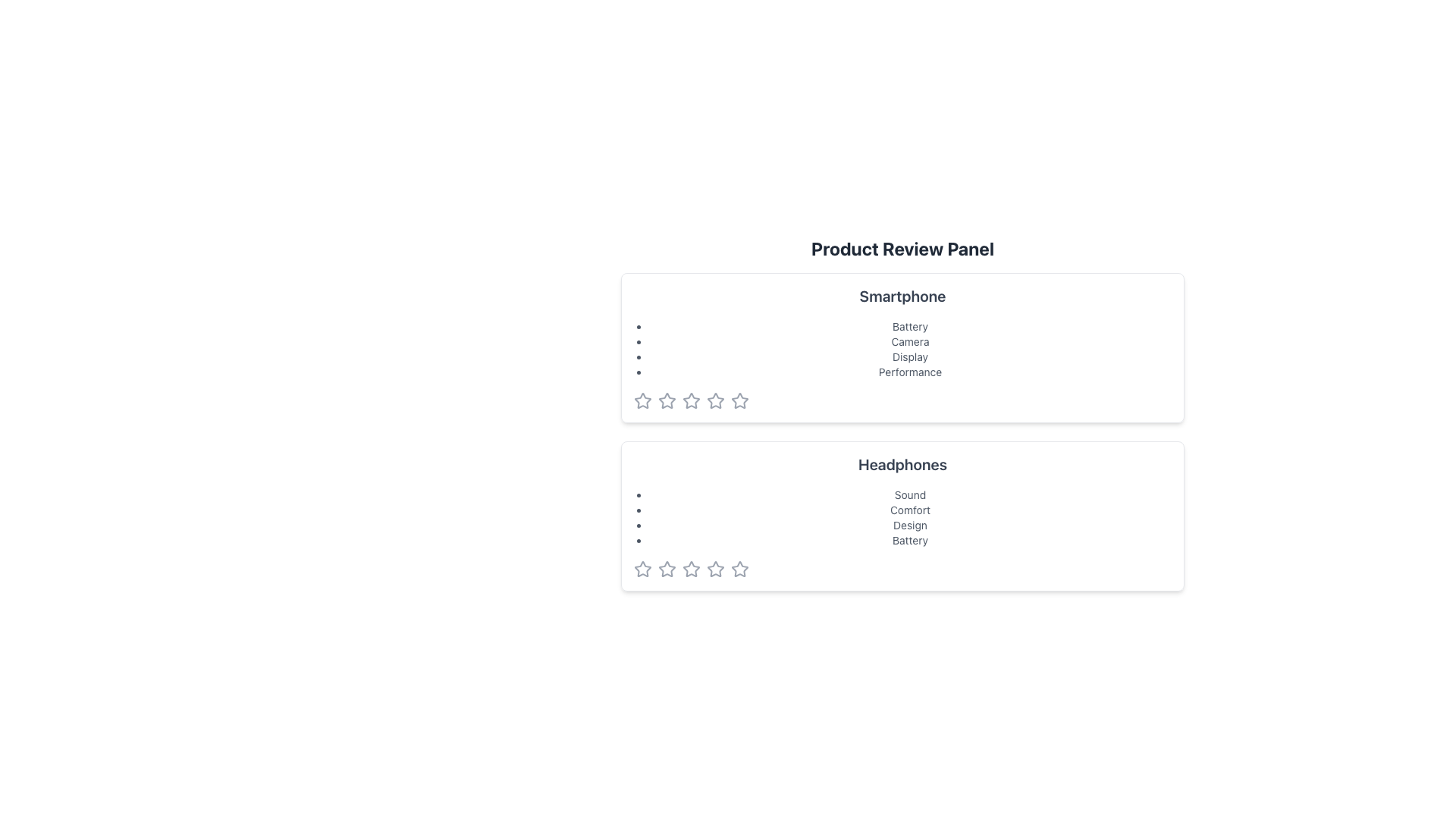 The image size is (1456, 819). What do you see at coordinates (643, 400) in the screenshot?
I see `the first star icon in the horizontal row of rating stars located at the bottom of the 'Smartphone' review card` at bounding box center [643, 400].